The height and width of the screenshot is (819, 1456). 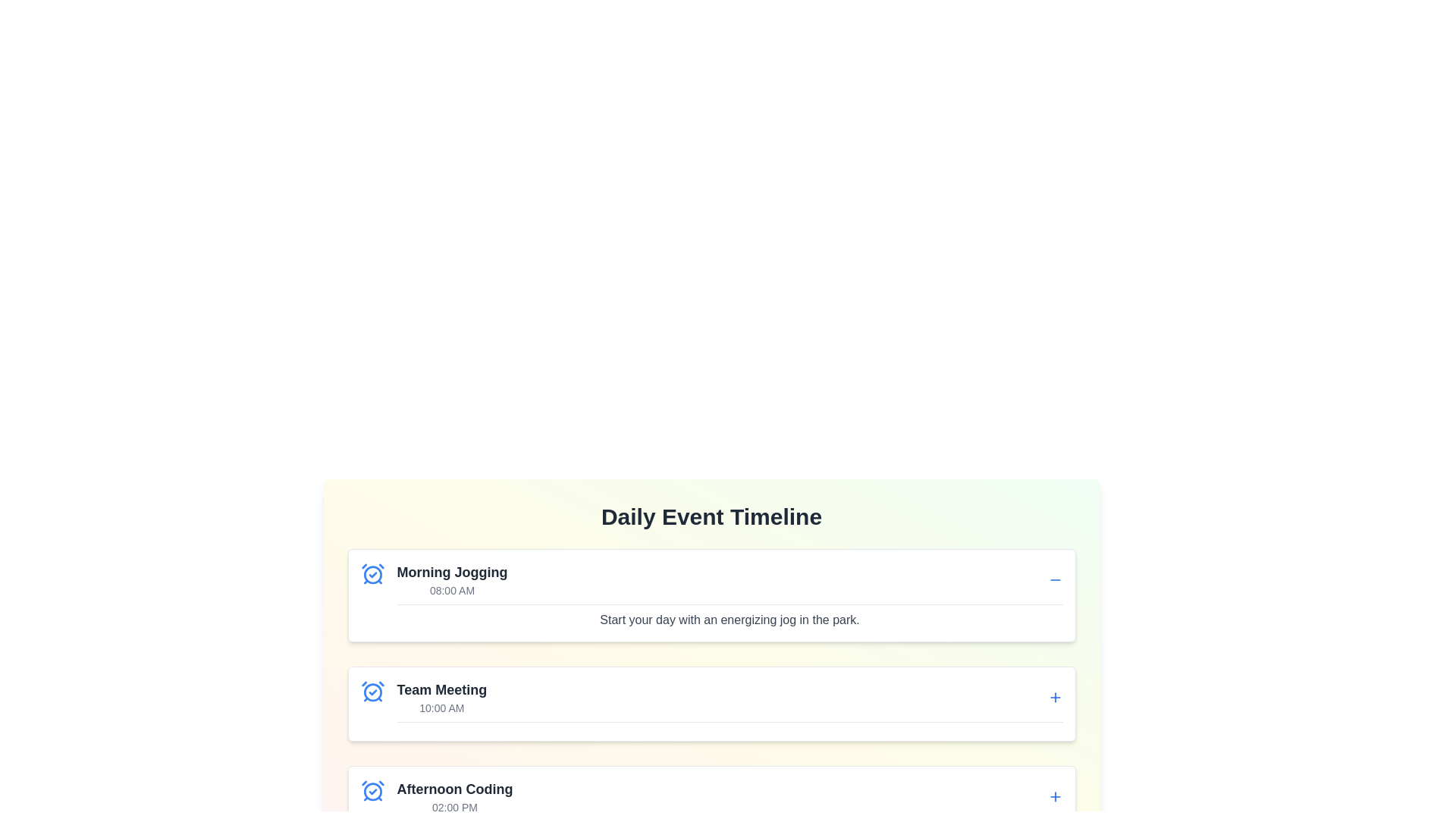 What do you see at coordinates (441, 698) in the screenshot?
I see `the text block displaying 'Team Meeting' and '10:00 AM', located in the second event card under the 'Daily Event Timeline', positioned between 'Morning Jogging' and 'Afternoon Coding'` at bounding box center [441, 698].